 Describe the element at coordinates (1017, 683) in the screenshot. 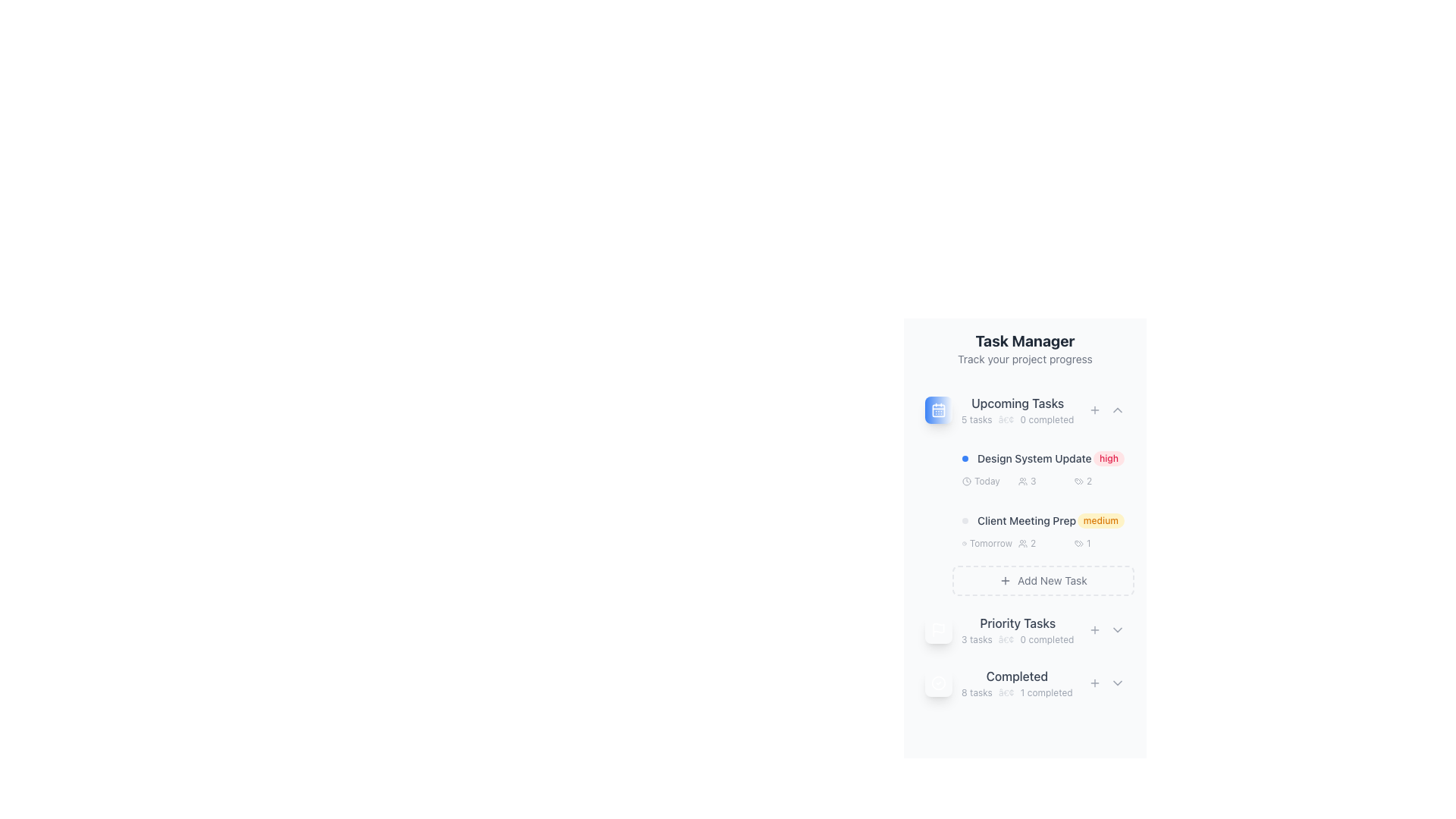

I see `the 'Completed' text label that displays '8 tasks • 1 completed', located in the lower section of the task panel, underneath 'Priority Tasks'` at that location.